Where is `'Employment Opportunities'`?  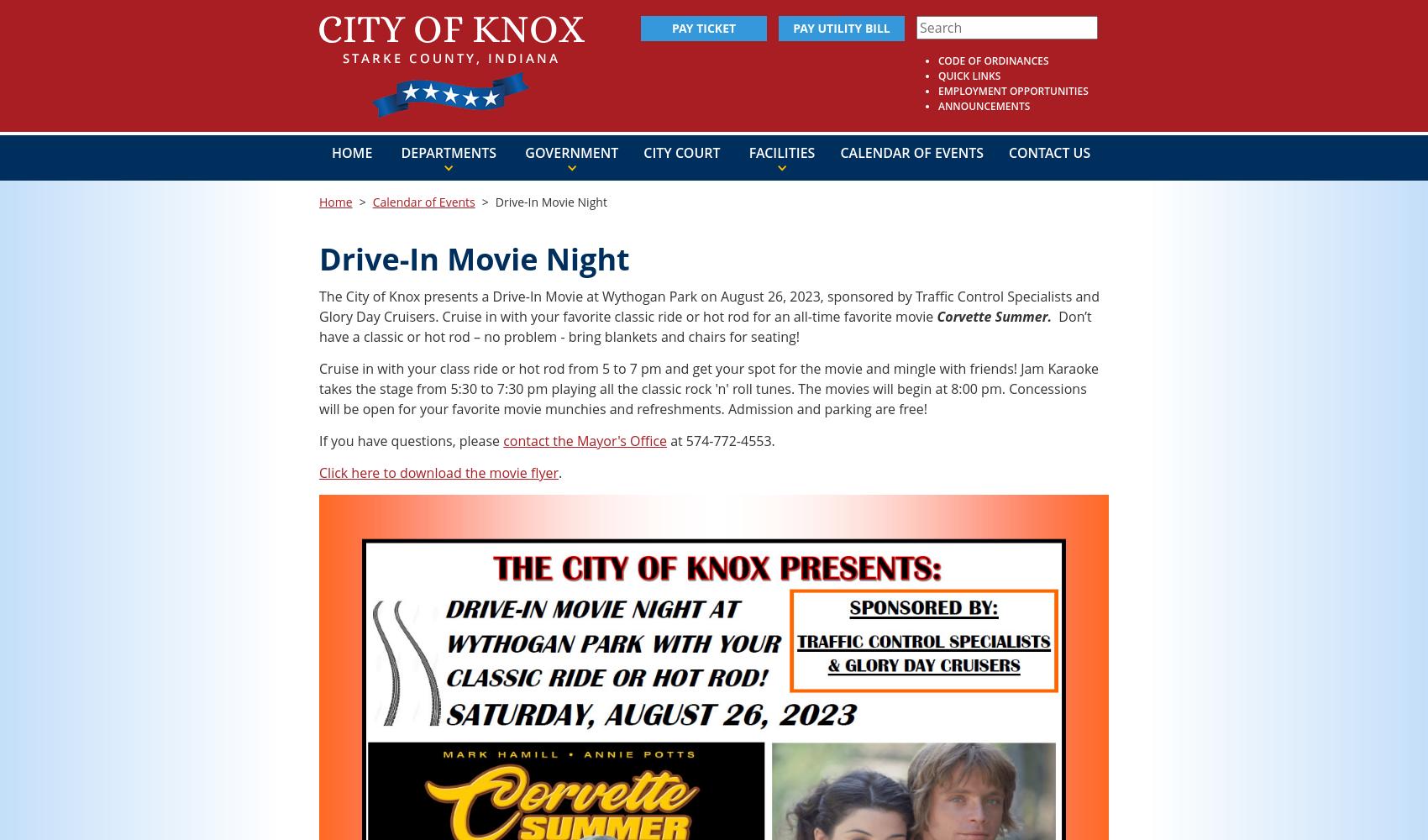 'Employment Opportunities' is located at coordinates (1011, 90).